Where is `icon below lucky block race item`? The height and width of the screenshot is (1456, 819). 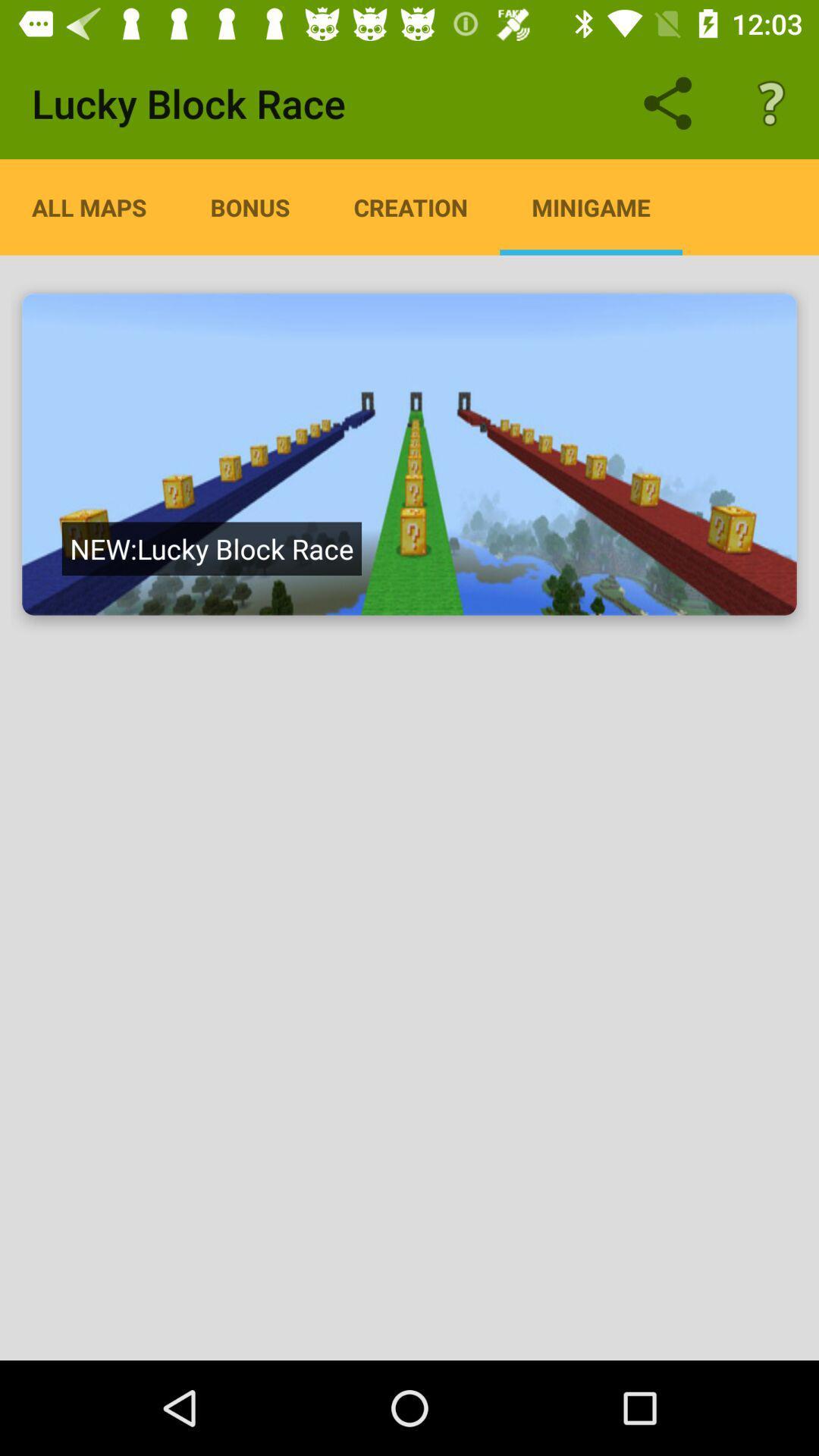 icon below lucky block race item is located at coordinates (249, 206).